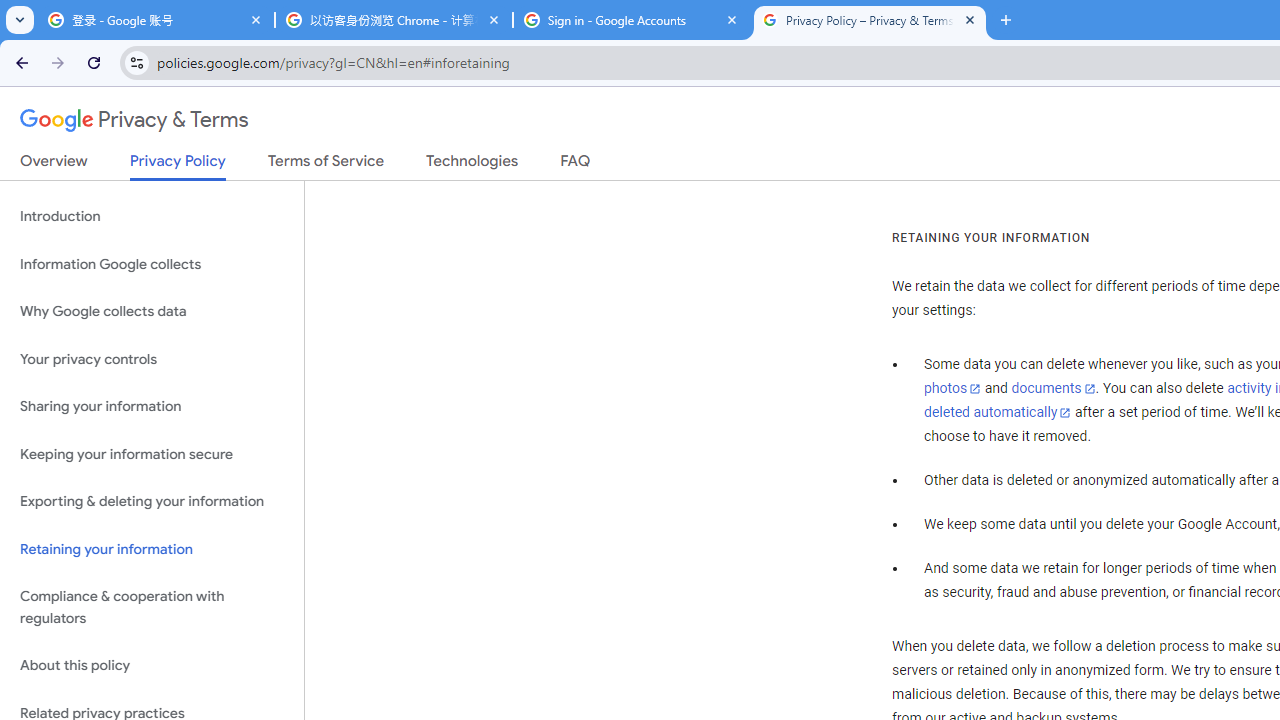  Describe the element at coordinates (151, 607) in the screenshot. I see `'Compliance & cooperation with regulators'` at that location.